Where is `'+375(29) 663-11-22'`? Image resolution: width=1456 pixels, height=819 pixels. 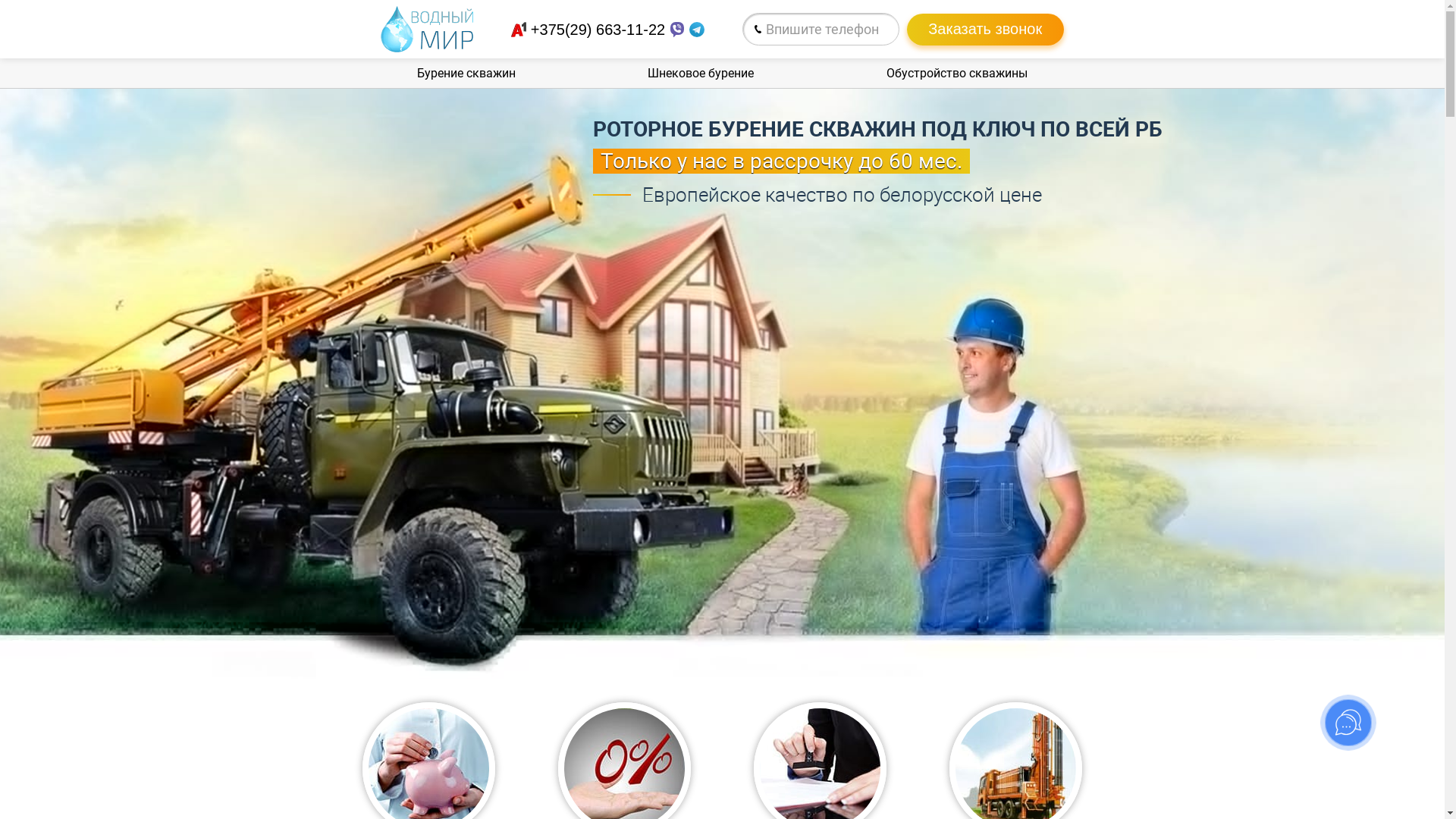
'+375(29) 663-11-22' is located at coordinates (597, 29).